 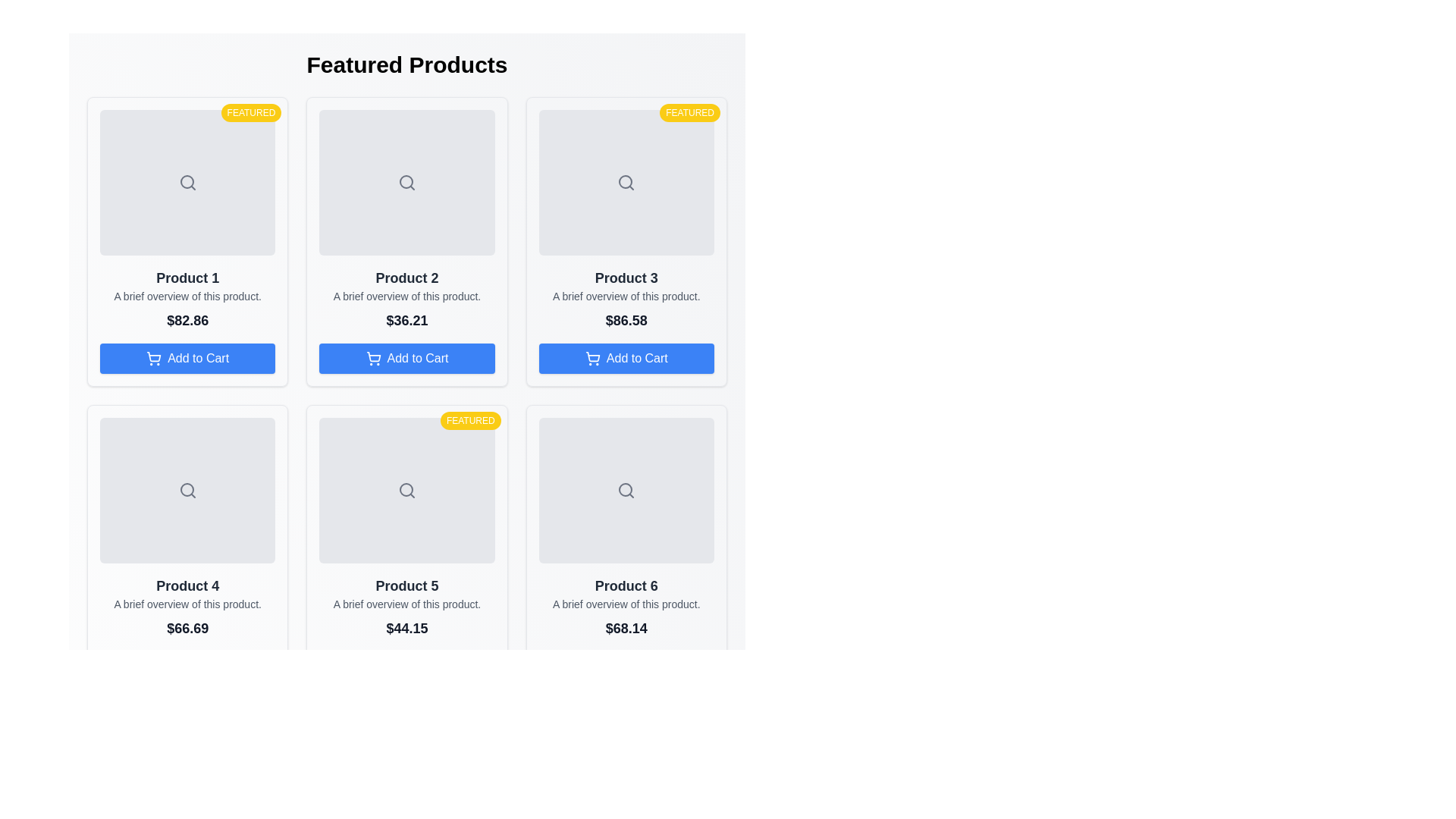 What do you see at coordinates (407, 491) in the screenshot?
I see `the search icon located in the grey area of the 'Product 5' card, which is in the second row and second column of the interface` at bounding box center [407, 491].